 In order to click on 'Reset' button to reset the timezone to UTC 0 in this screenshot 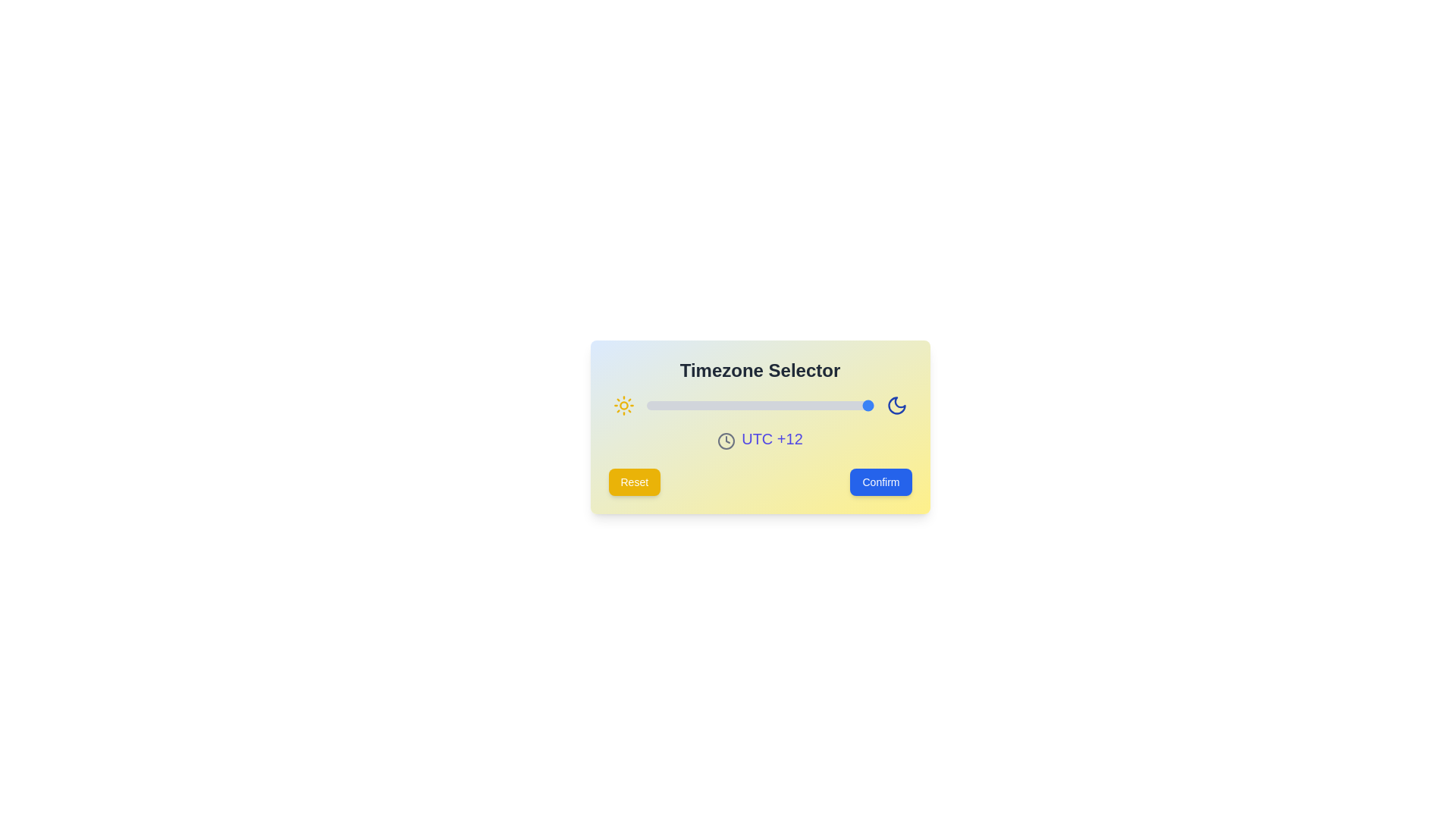, I will do `click(634, 482)`.